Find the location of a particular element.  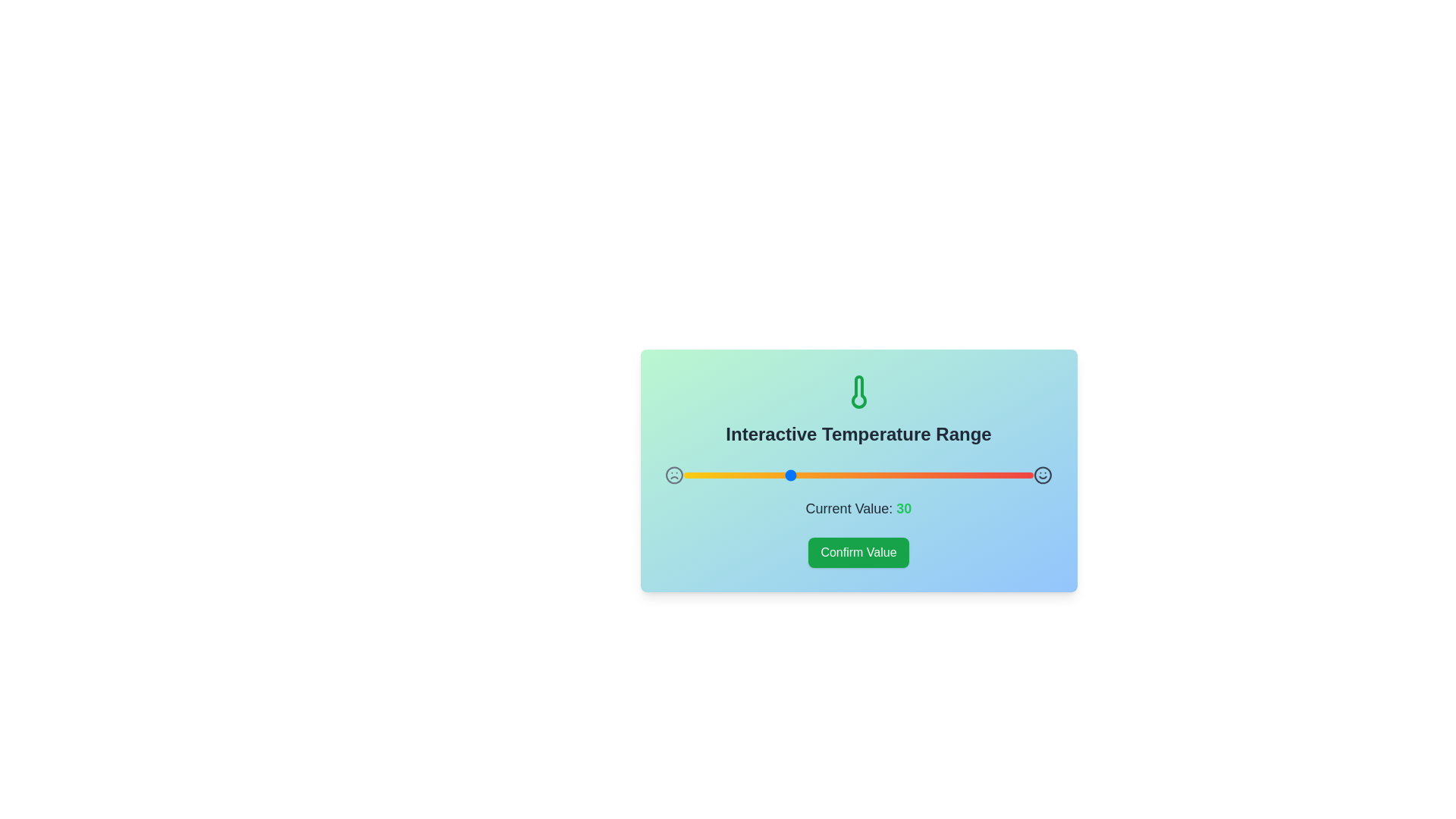

the range slider to set the value to 38 is located at coordinates (816, 475).